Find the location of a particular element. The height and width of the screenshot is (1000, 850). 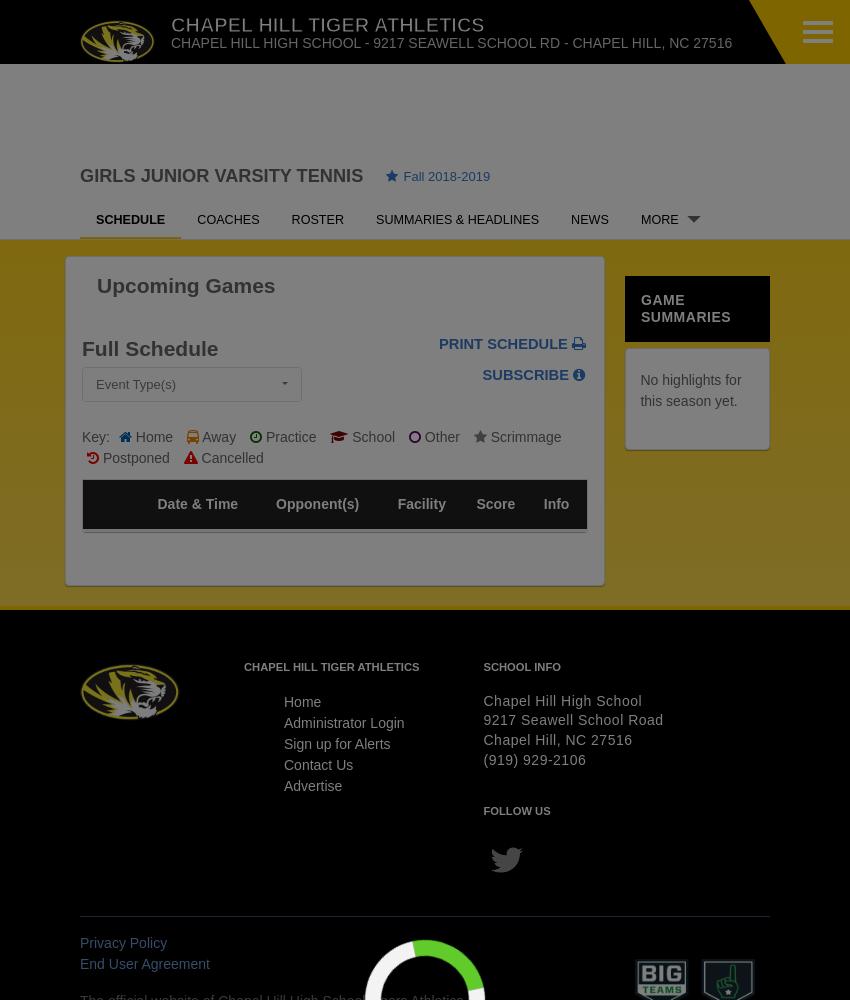

'Full Schedule' is located at coordinates (150, 346).